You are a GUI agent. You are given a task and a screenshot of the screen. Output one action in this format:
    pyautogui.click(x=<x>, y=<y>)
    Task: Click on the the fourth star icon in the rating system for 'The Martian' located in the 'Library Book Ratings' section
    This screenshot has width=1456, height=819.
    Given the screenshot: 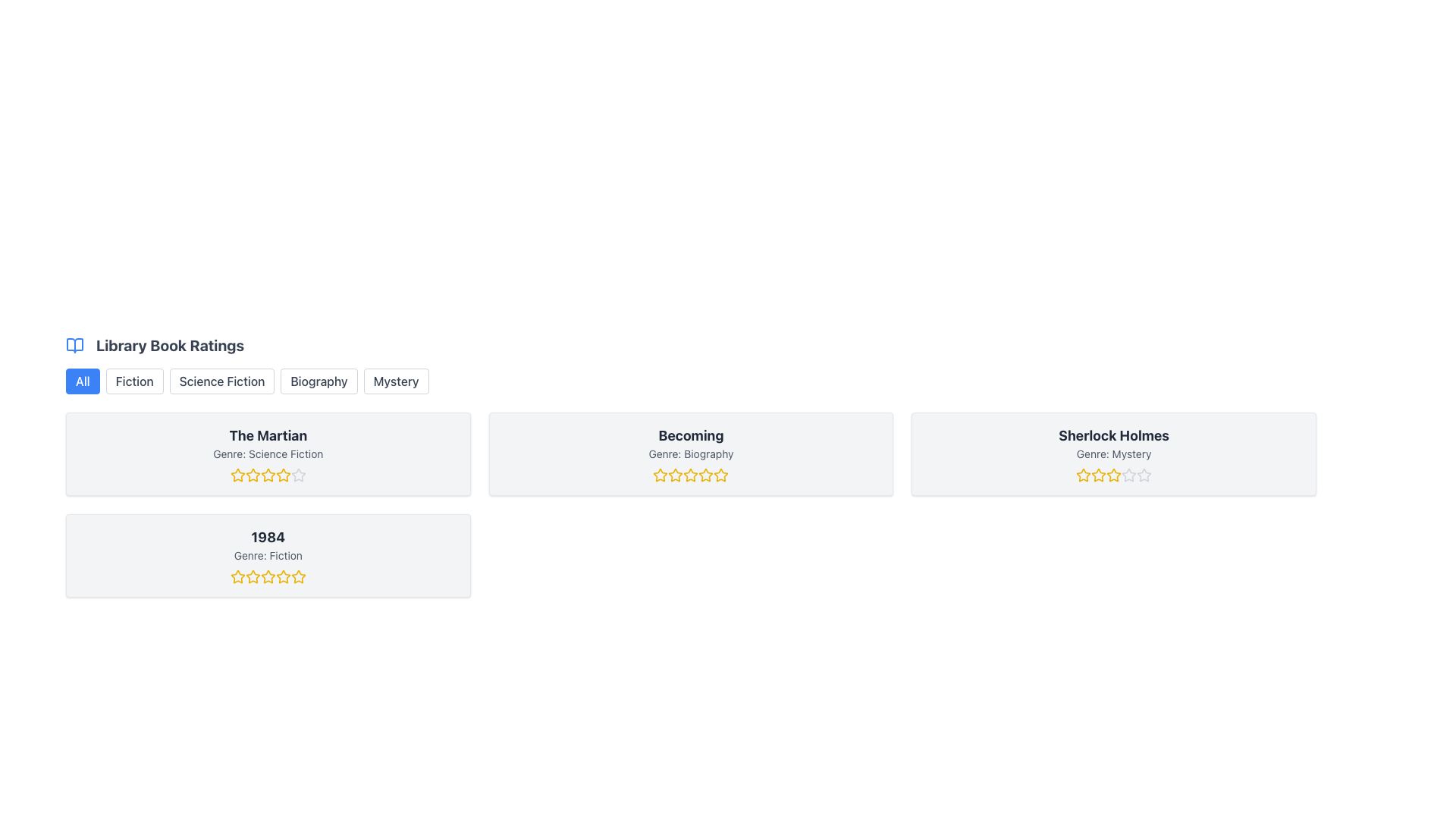 What is the action you would take?
    pyautogui.click(x=283, y=474)
    